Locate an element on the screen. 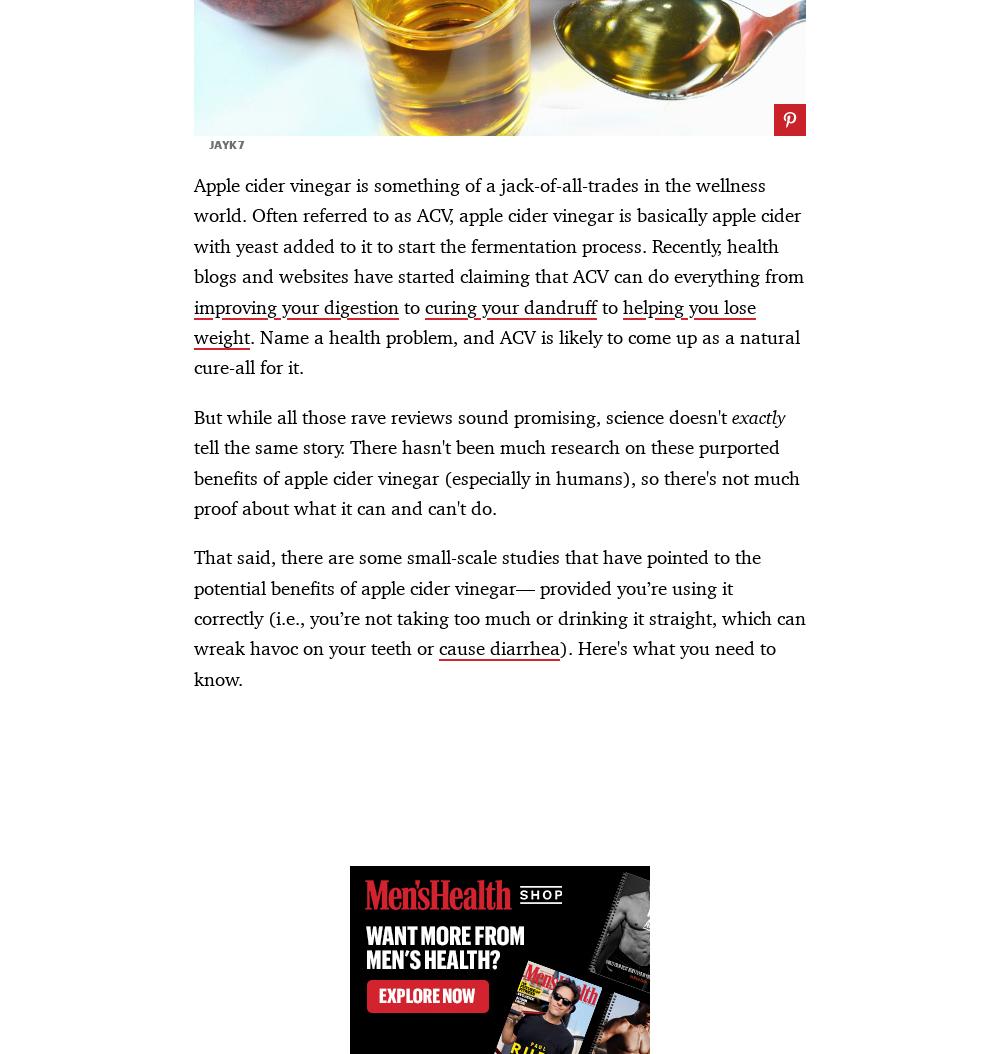 The image size is (1000, 1054). 'Advertisement - Continue Reading Below' is located at coordinates (394, 789).